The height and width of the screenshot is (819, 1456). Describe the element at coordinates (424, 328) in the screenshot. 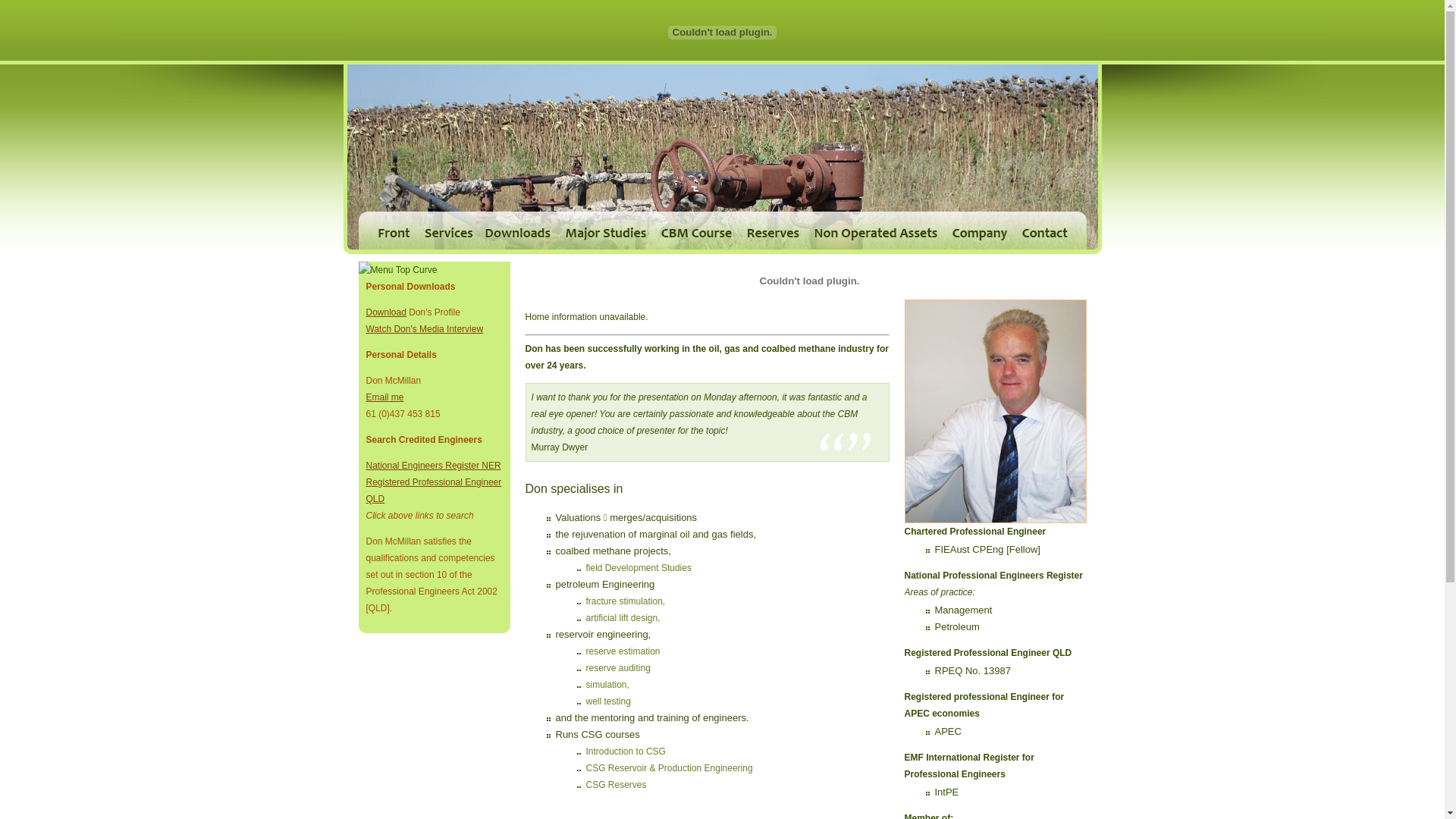

I see `'Watch Don's Media Interview'` at that location.